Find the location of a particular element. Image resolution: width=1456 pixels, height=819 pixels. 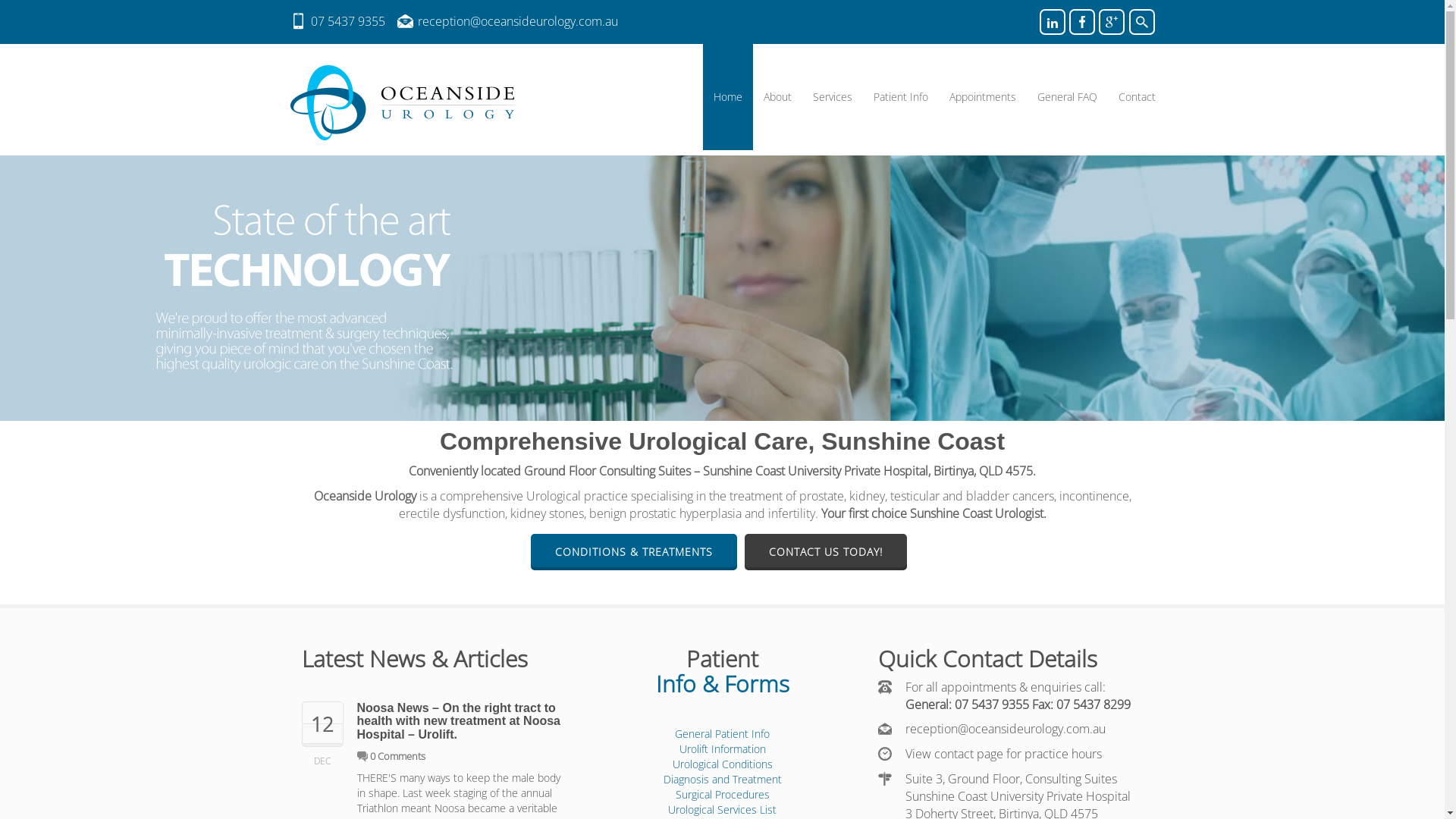

'Urological Conditions' is located at coordinates (720, 764).